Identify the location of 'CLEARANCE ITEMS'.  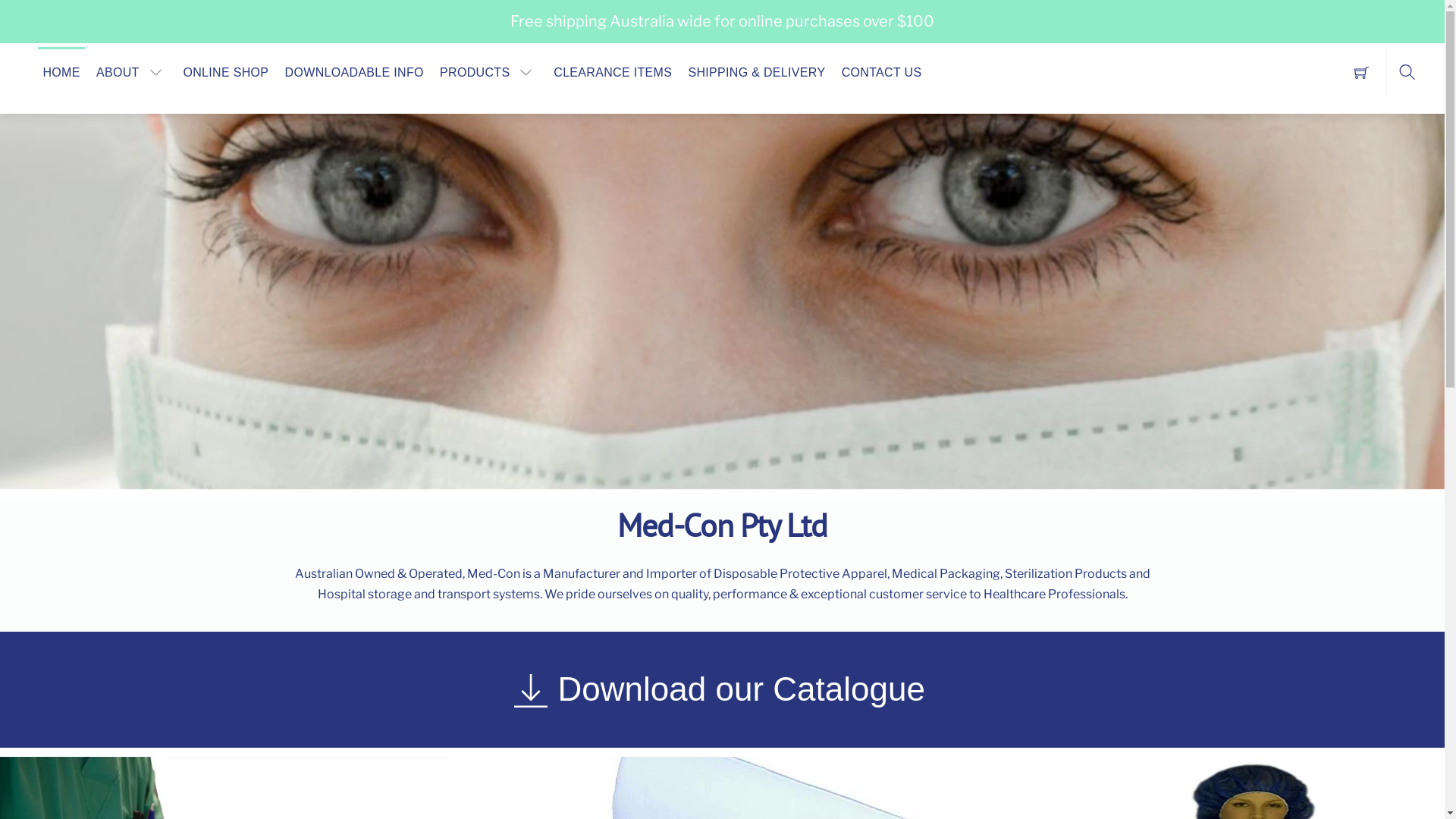
(613, 72).